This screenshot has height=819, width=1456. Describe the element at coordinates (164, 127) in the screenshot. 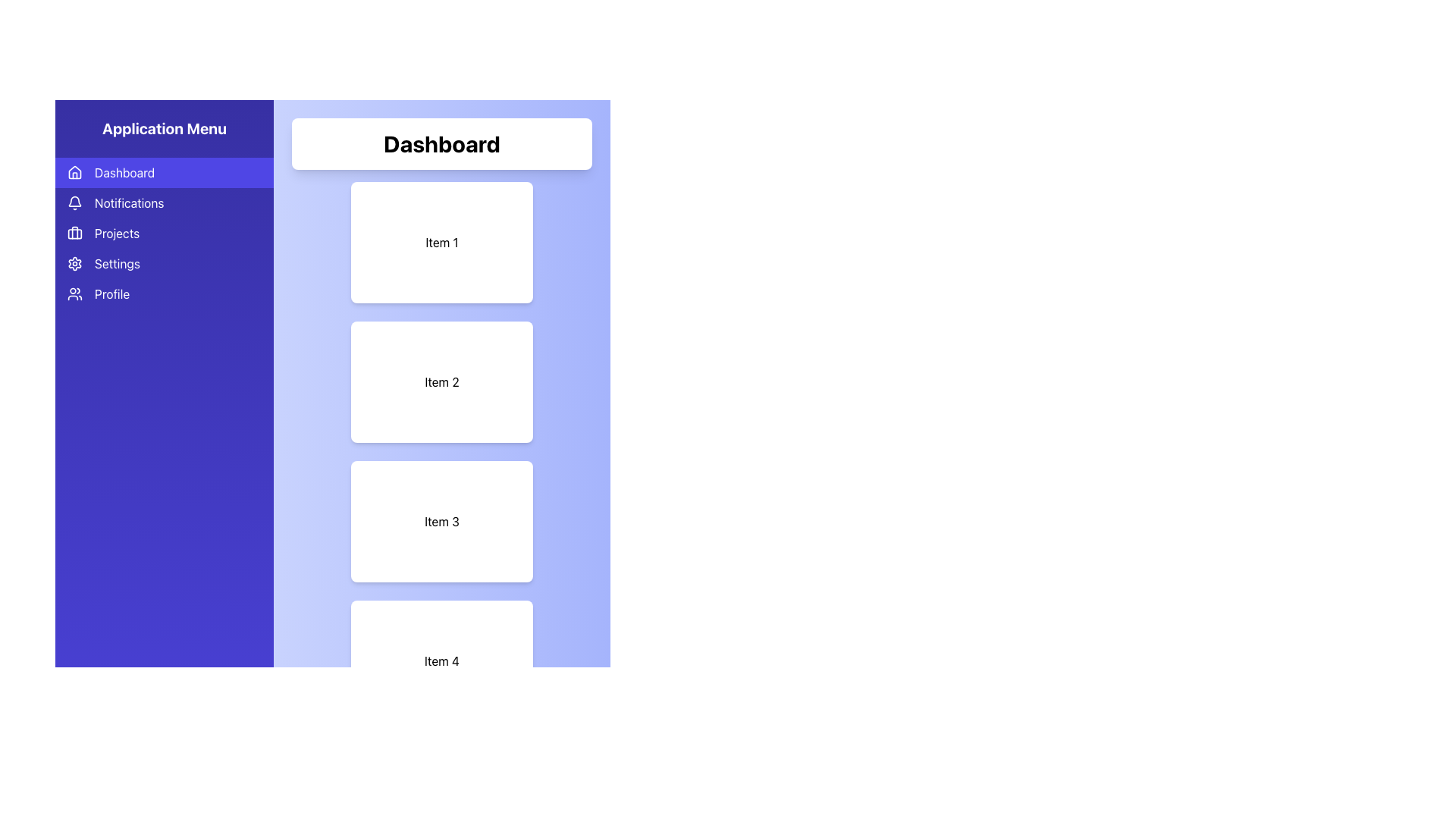

I see `the Text Display element at the top of the vertical sidebar menu that indicates the application menu's purpose` at that location.